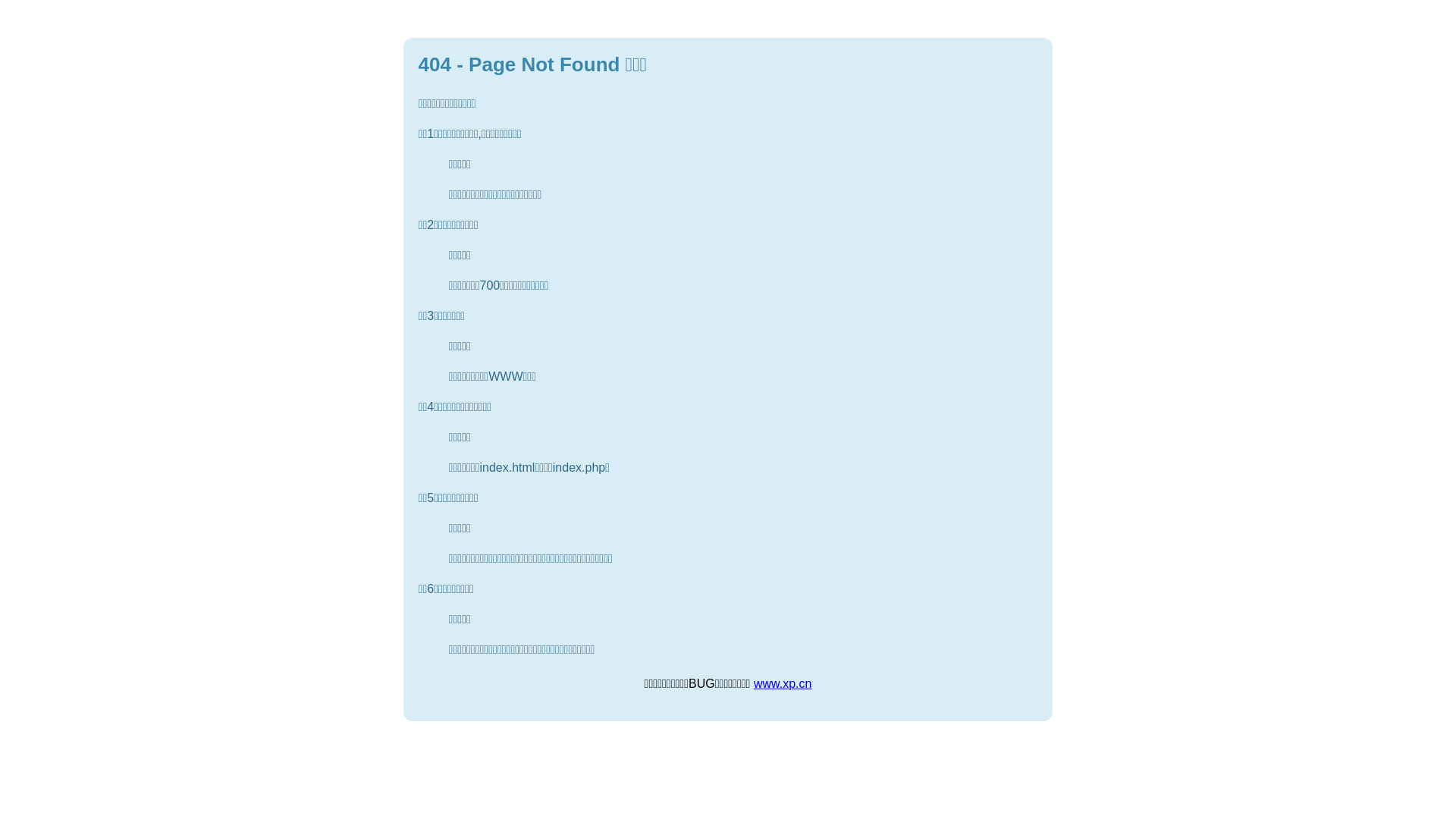  What do you see at coordinates (753, 683) in the screenshot?
I see `'www.xp.cn'` at bounding box center [753, 683].